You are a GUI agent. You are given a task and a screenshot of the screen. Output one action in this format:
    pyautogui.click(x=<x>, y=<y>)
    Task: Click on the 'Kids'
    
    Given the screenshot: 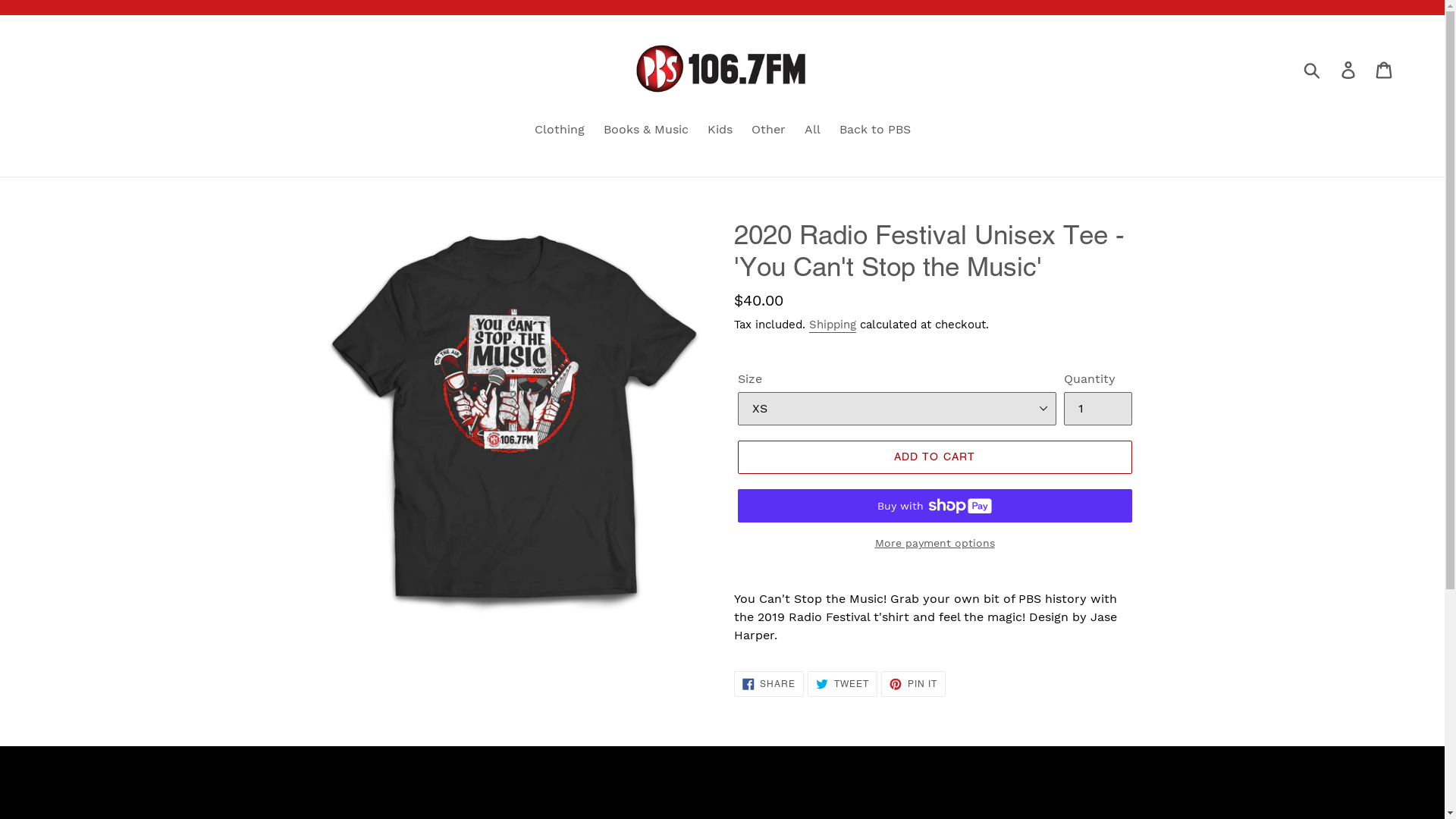 What is the action you would take?
    pyautogui.click(x=718, y=130)
    